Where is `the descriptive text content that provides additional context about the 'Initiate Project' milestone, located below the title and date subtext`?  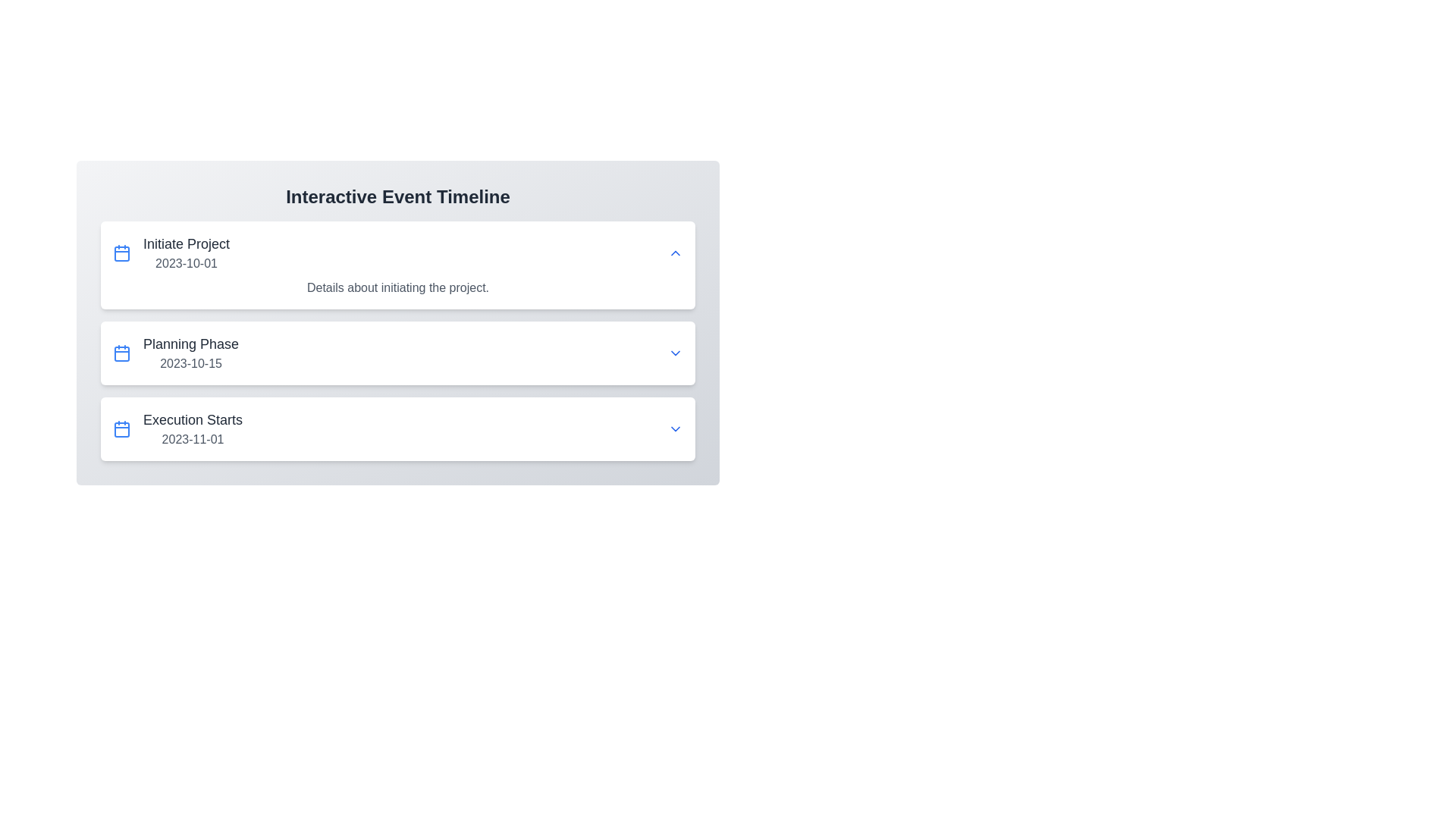
the descriptive text content that provides additional context about the 'Initiate Project' milestone, located below the title and date subtext is located at coordinates (397, 284).